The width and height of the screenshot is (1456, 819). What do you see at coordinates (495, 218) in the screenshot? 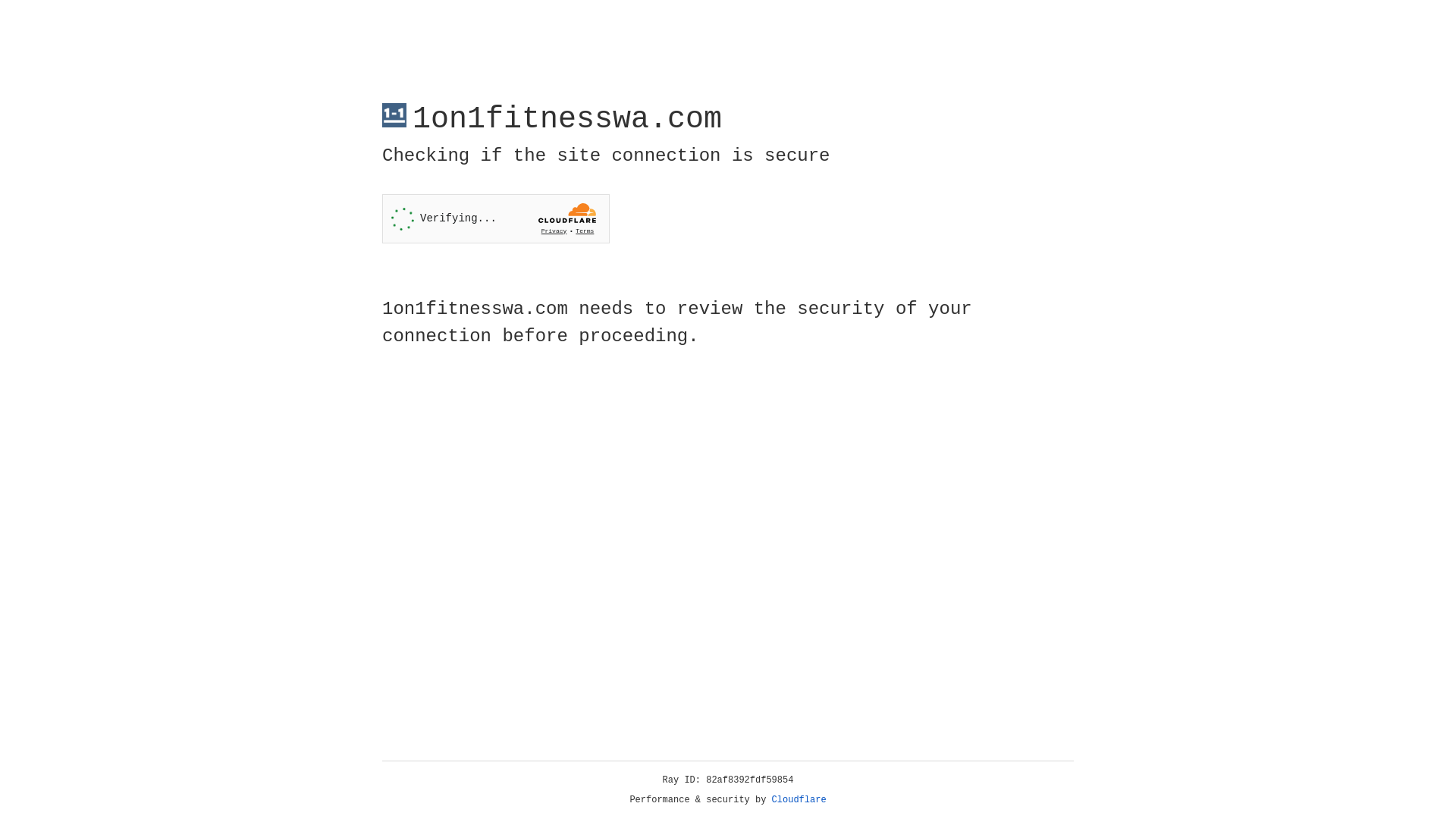
I see `'Widget containing a Cloudflare security challenge'` at bounding box center [495, 218].